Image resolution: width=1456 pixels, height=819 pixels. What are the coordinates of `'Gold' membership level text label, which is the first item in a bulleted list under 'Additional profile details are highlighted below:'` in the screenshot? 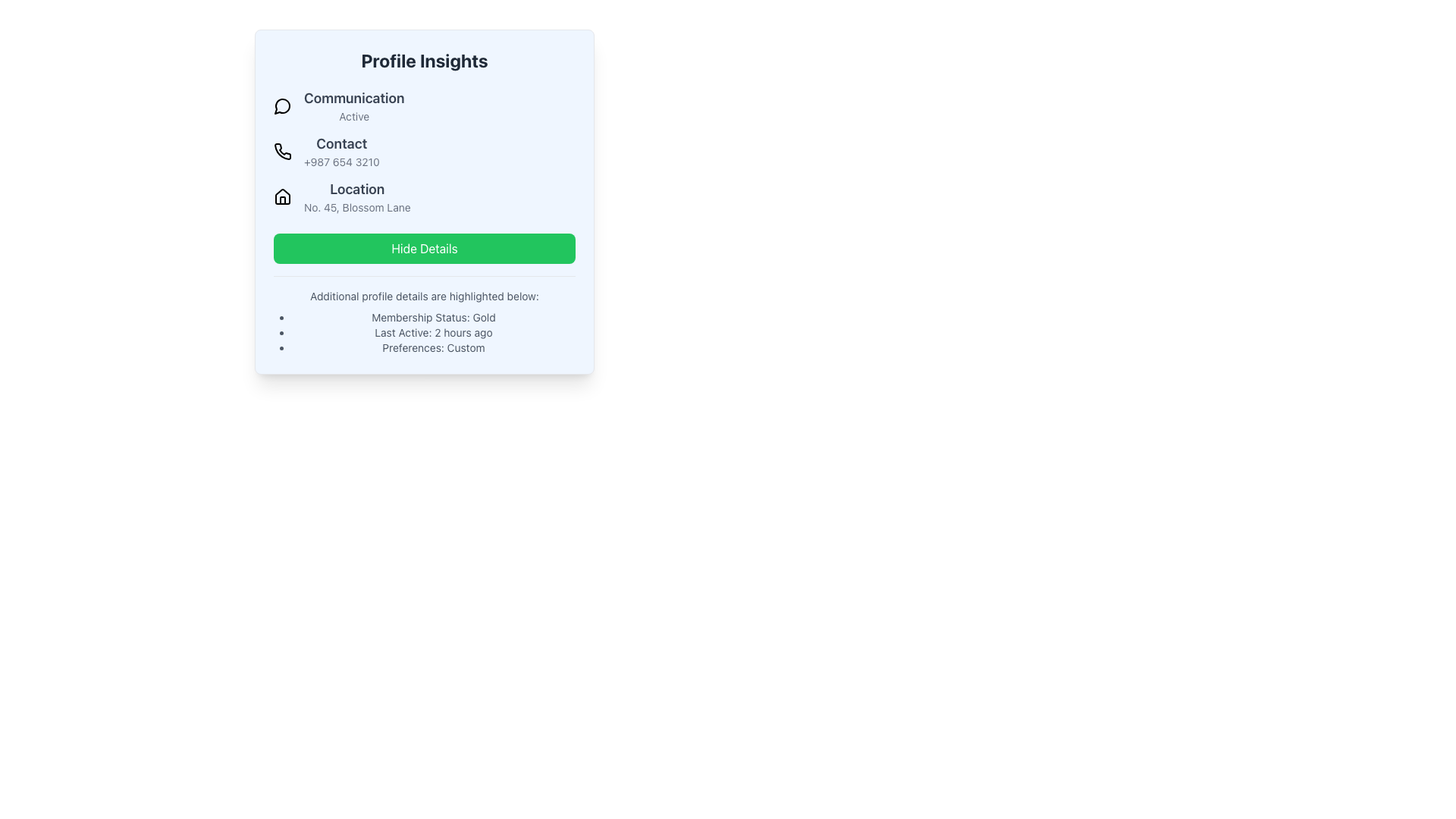 It's located at (432, 317).